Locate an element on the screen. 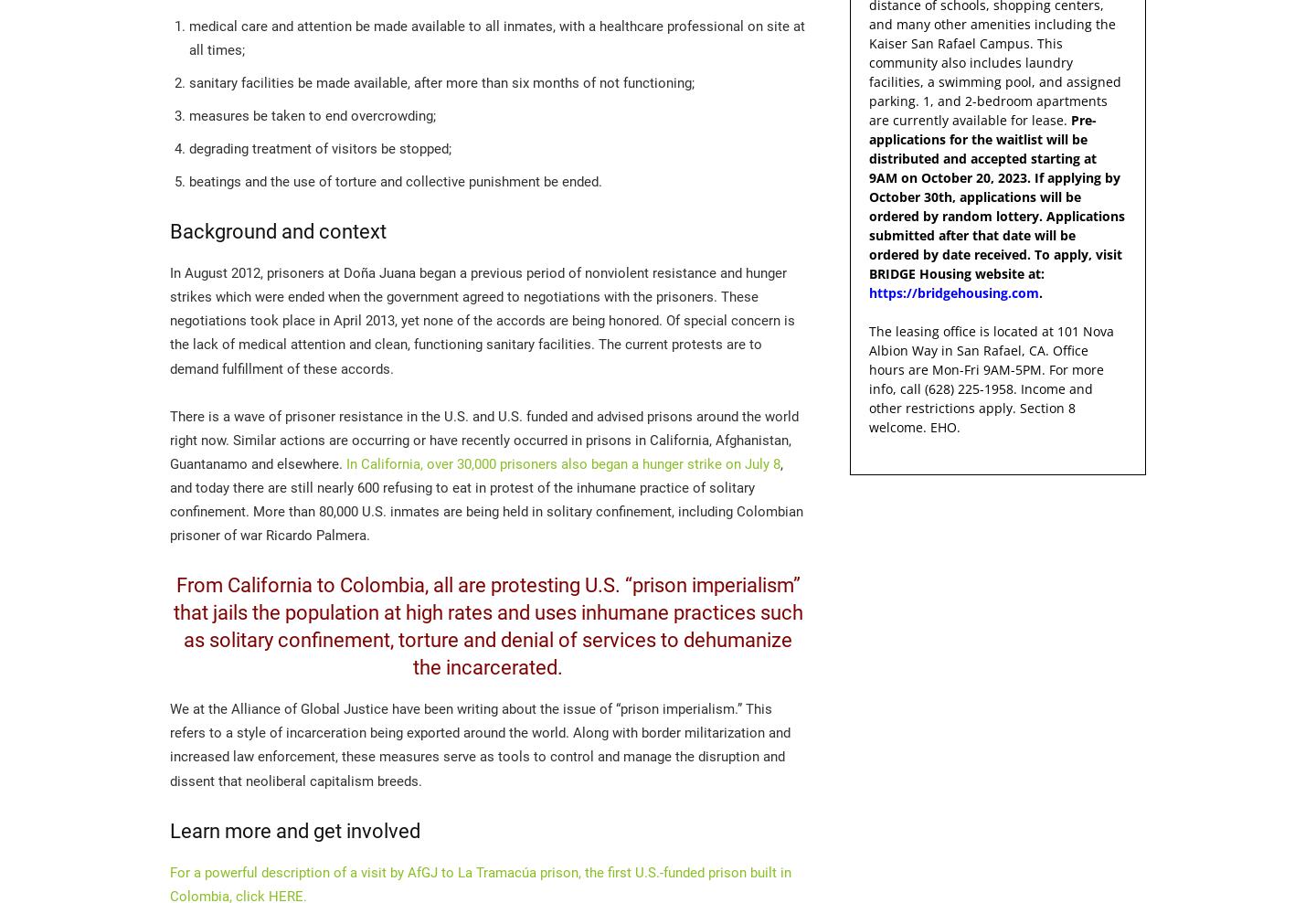 The image size is (1316, 903). 'There is a wave of prisoner resistance in the U.S. and U.S. funded and advised prisons around the world right now. Similar actions are occurring or have recently occurred in prisons in California, Afghanistan, Guantanamo and elsewhere.' is located at coordinates (483, 439).